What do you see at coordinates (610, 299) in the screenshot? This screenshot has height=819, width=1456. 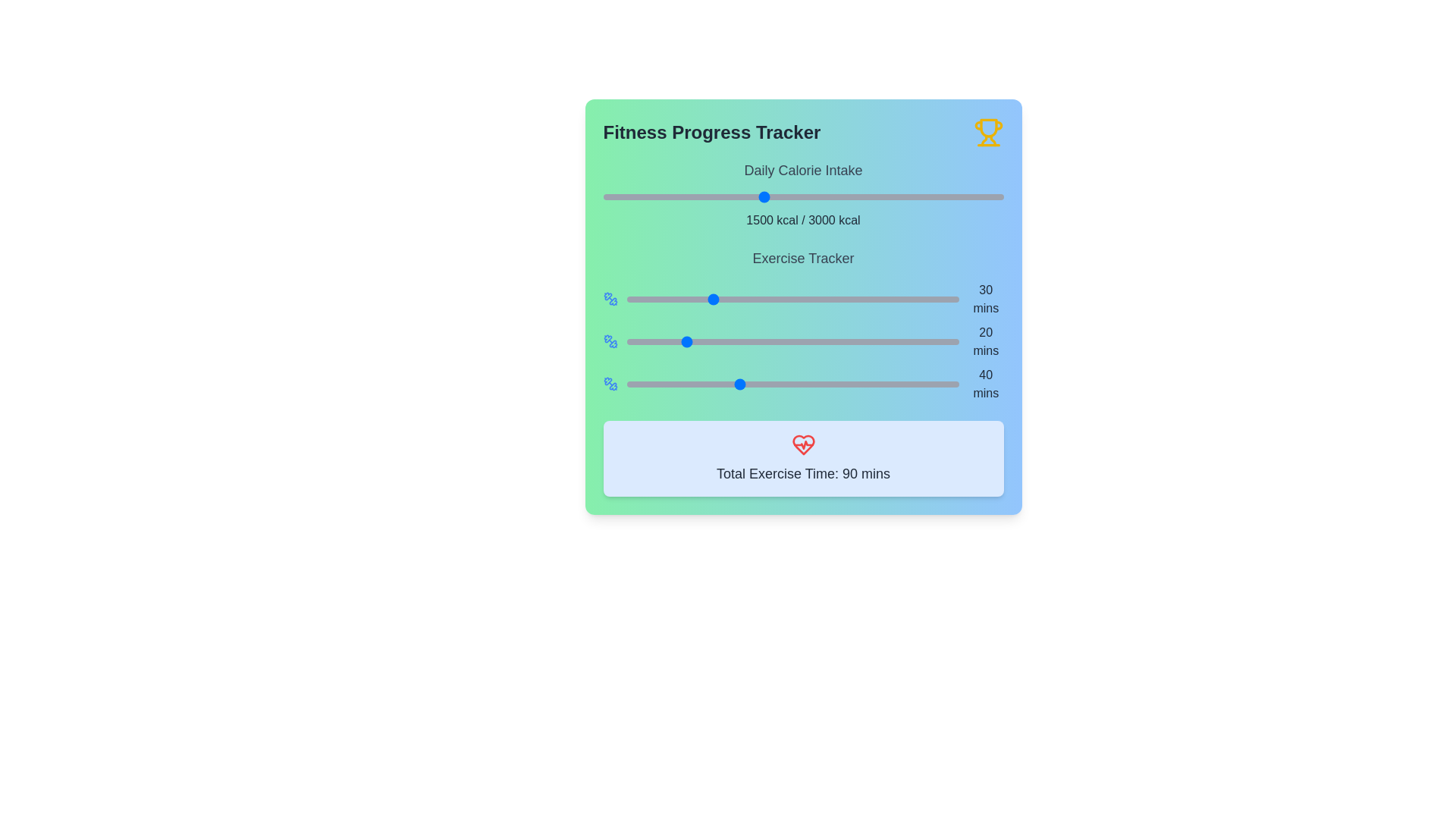 I see `the dumbbell icon in the Exercise Tracker section, which represents the first progress bar indicating 30 minutes` at bounding box center [610, 299].